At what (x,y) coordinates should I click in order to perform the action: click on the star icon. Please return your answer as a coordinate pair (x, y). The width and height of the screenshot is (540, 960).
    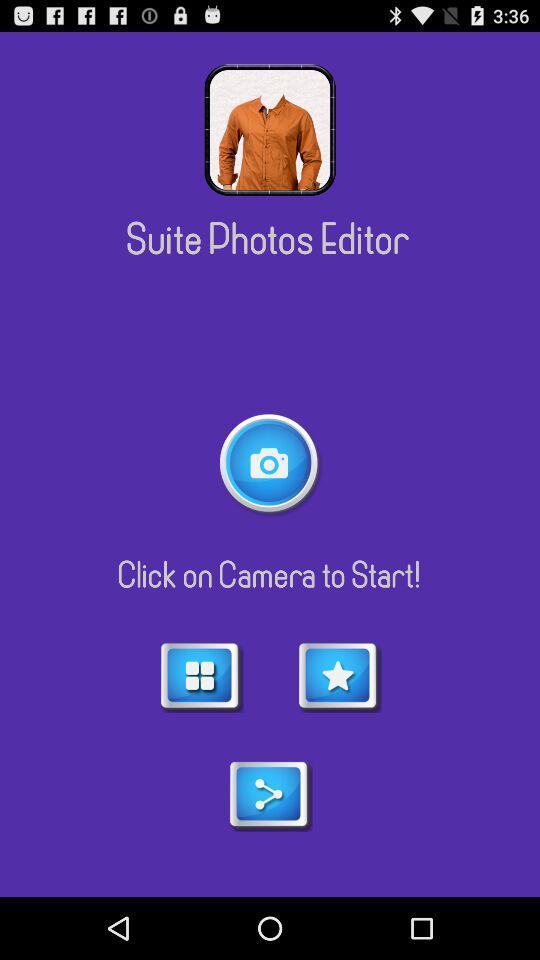
    Looking at the image, I should click on (338, 723).